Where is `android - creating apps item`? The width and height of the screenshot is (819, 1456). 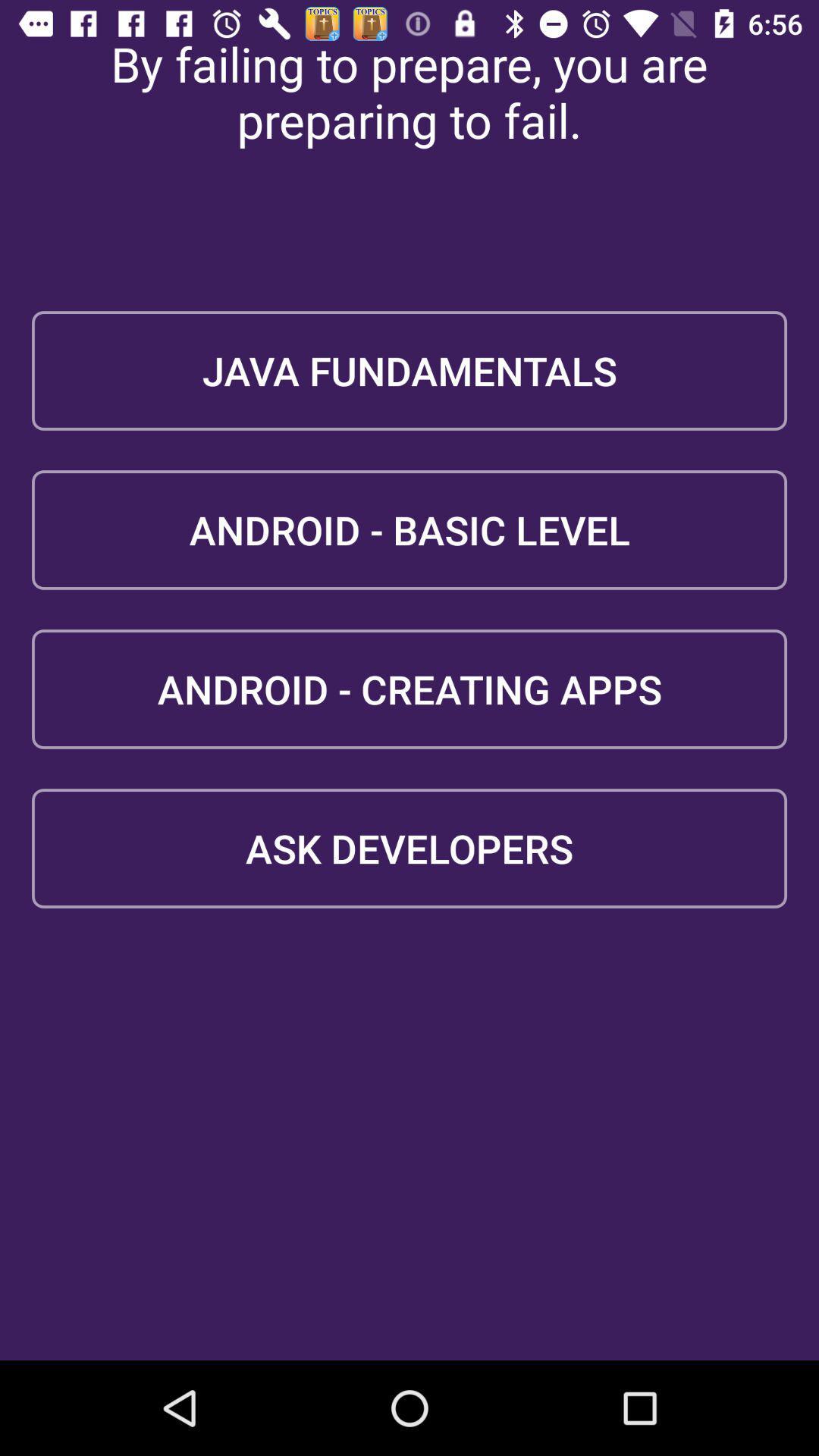 android - creating apps item is located at coordinates (409, 688).